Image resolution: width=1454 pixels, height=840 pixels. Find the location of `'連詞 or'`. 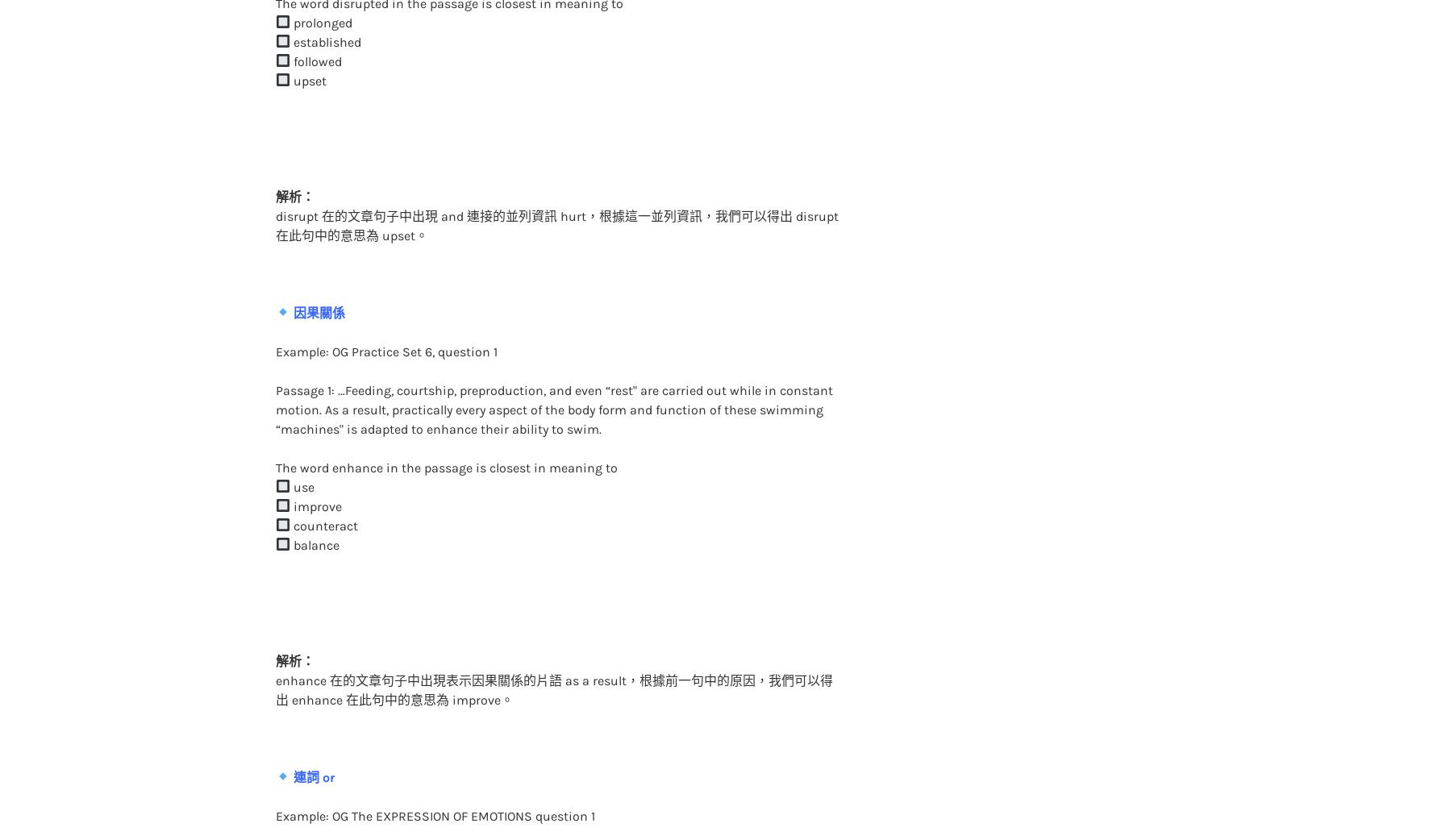

'連詞 or' is located at coordinates (310, 743).